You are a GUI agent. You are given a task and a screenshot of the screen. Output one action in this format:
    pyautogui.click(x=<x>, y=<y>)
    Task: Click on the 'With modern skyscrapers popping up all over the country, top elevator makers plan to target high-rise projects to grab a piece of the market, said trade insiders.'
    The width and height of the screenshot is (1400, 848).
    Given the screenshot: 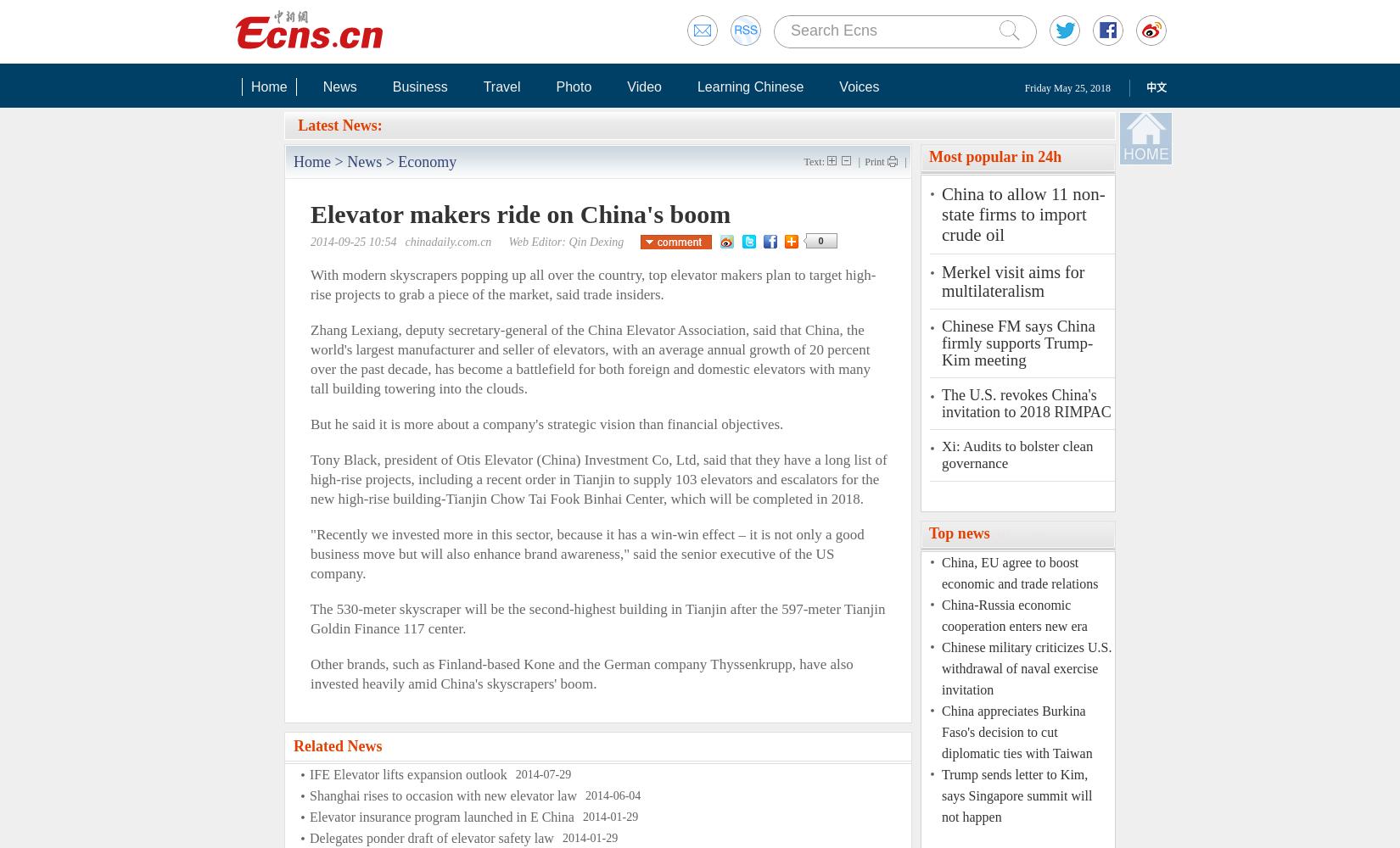 What is the action you would take?
    pyautogui.click(x=591, y=284)
    